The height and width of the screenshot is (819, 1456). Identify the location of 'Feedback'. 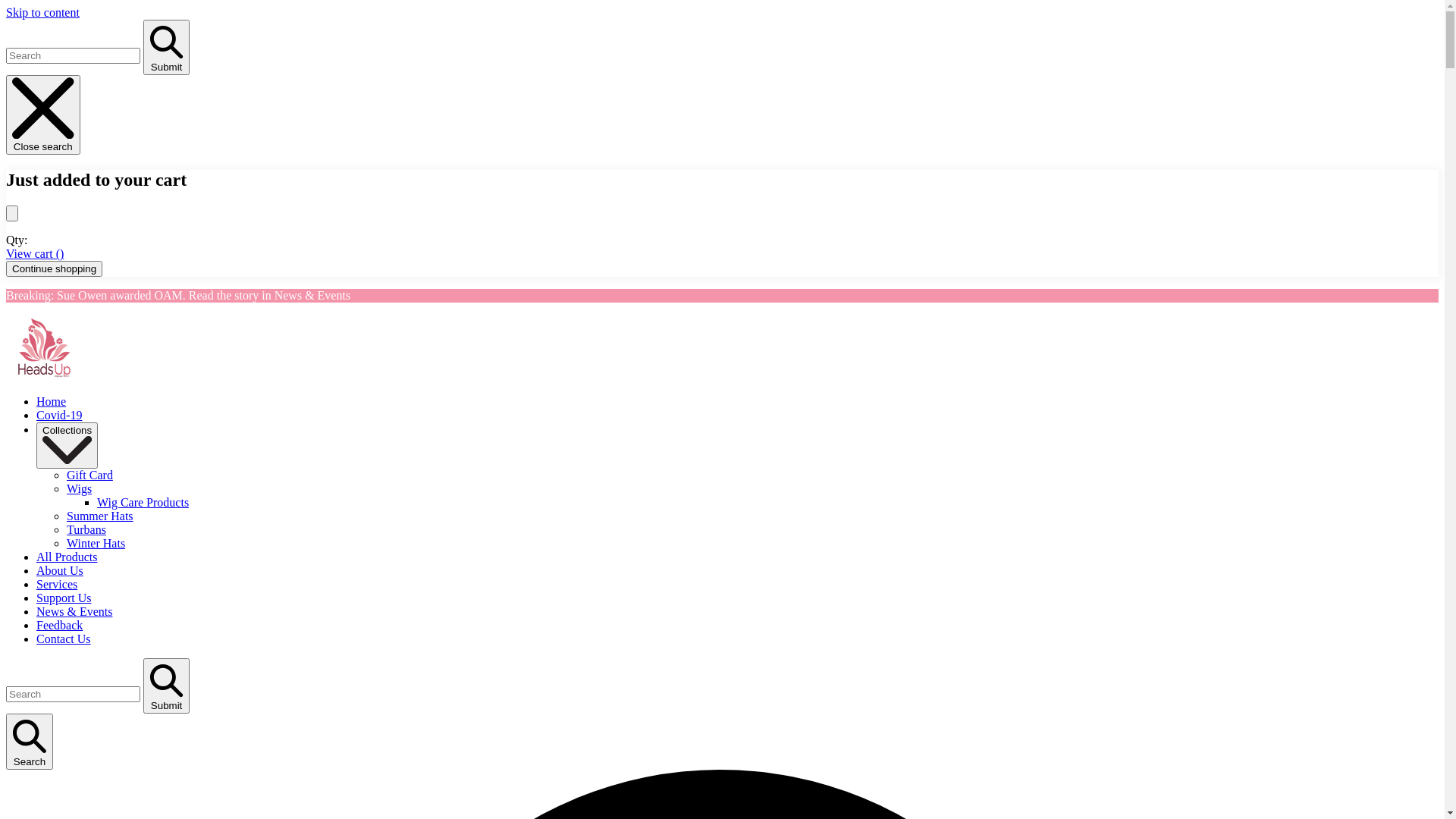
(59, 625).